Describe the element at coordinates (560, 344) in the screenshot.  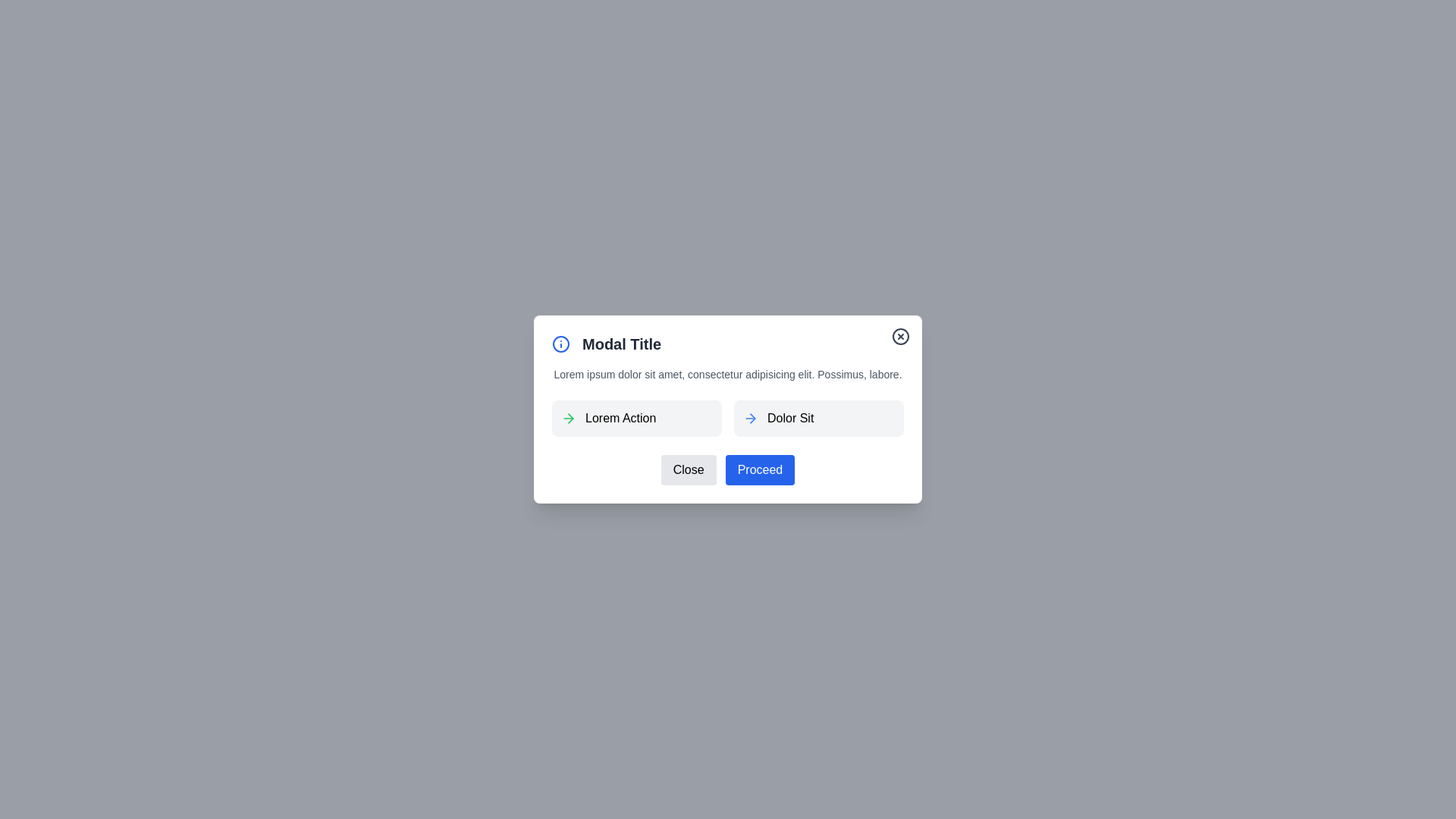
I see `the circular base of the information icon, which has a blue outline and is filled with white, located to the left of the modal window header titled 'Modal Title'` at that location.